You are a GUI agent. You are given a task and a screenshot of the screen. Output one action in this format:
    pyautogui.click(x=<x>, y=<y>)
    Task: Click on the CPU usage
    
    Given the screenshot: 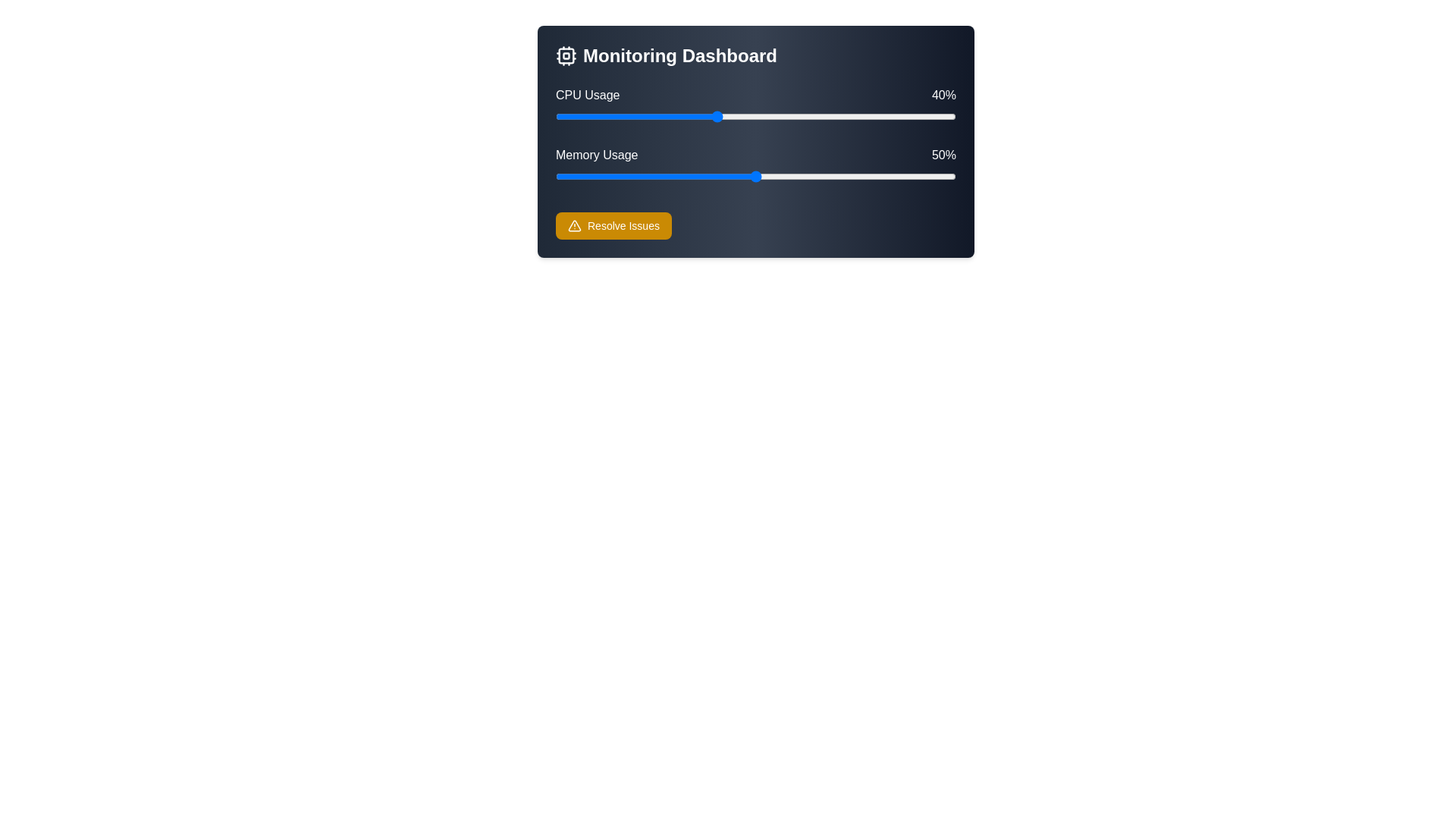 What is the action you would take?
    pyautogui.click(x=691, y=116)
    